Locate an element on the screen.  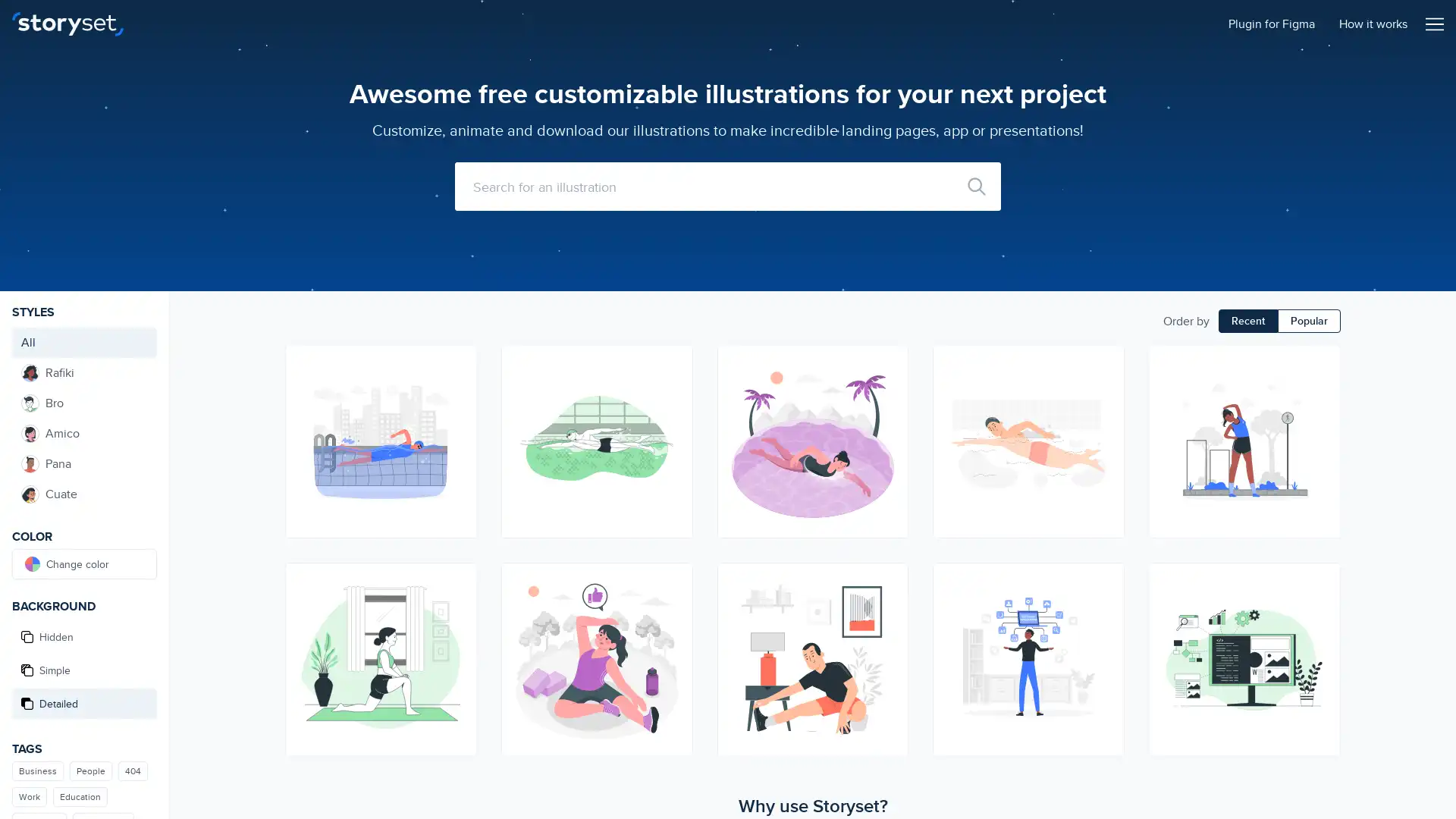
Recent is located at coordinates (1248, 320).